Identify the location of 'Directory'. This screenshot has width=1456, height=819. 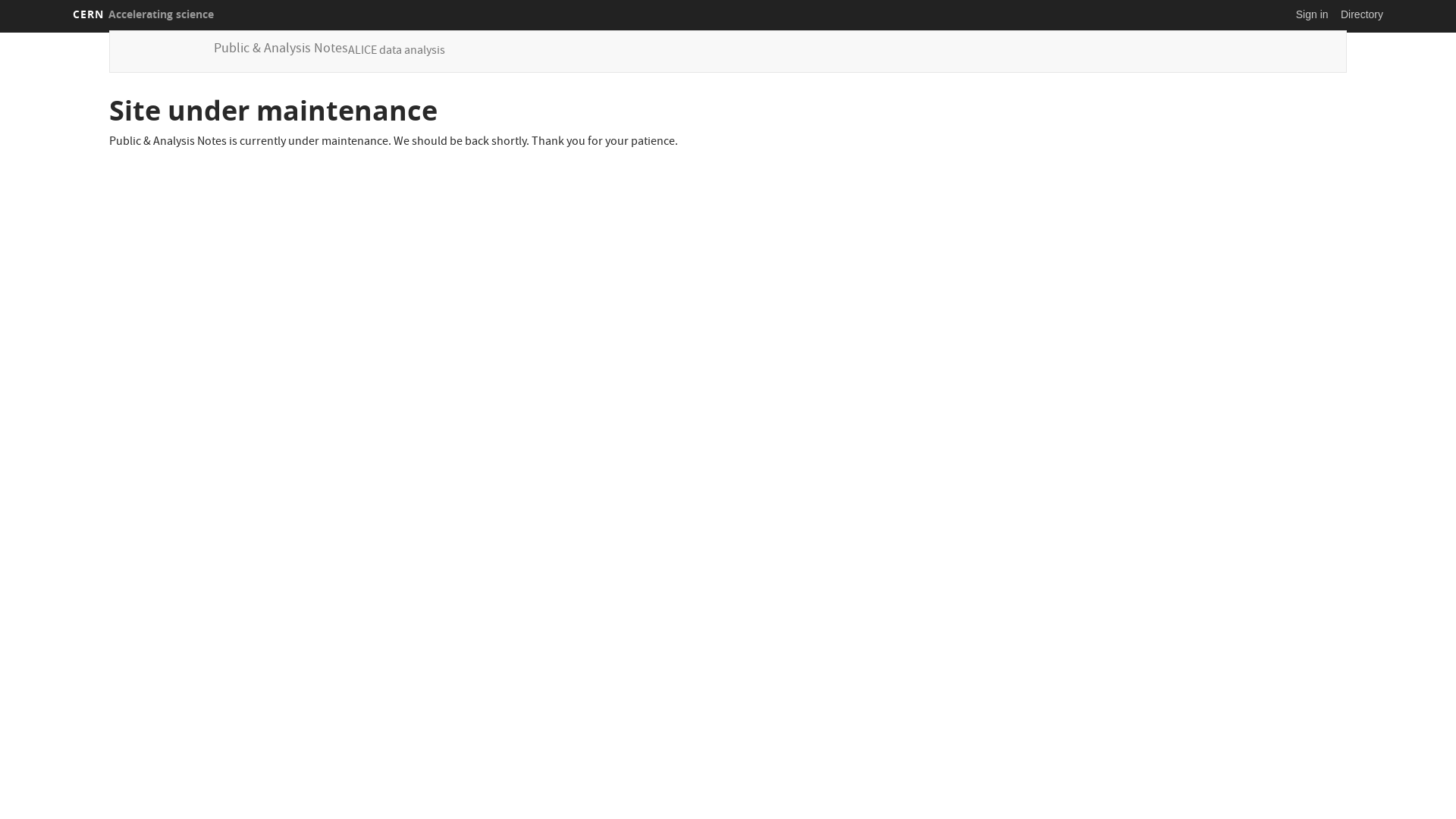
(1361, 14).